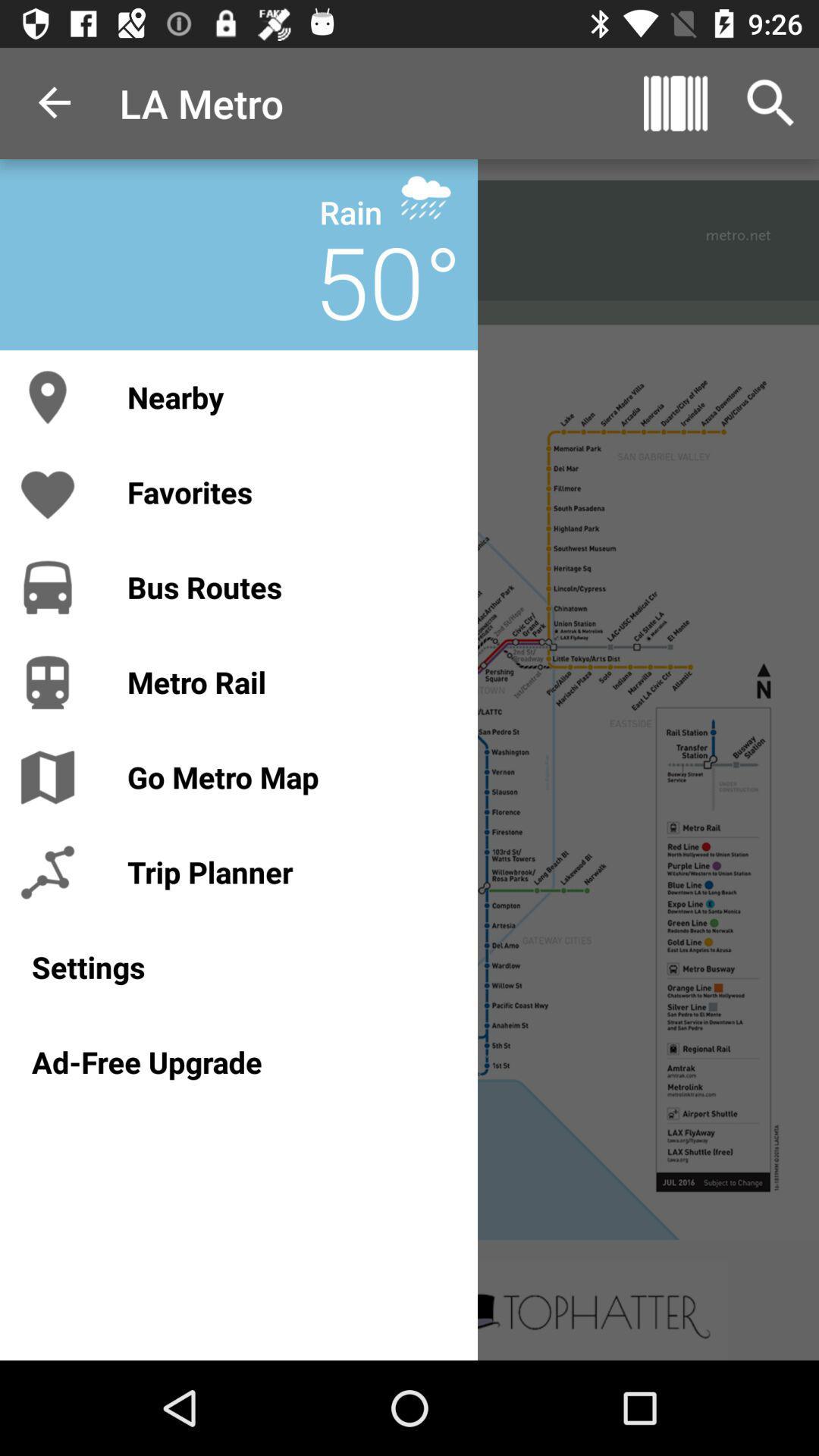 This screenshot has height=1456, width=819. I want to click on the item to the right of rain, so click(425, 196).